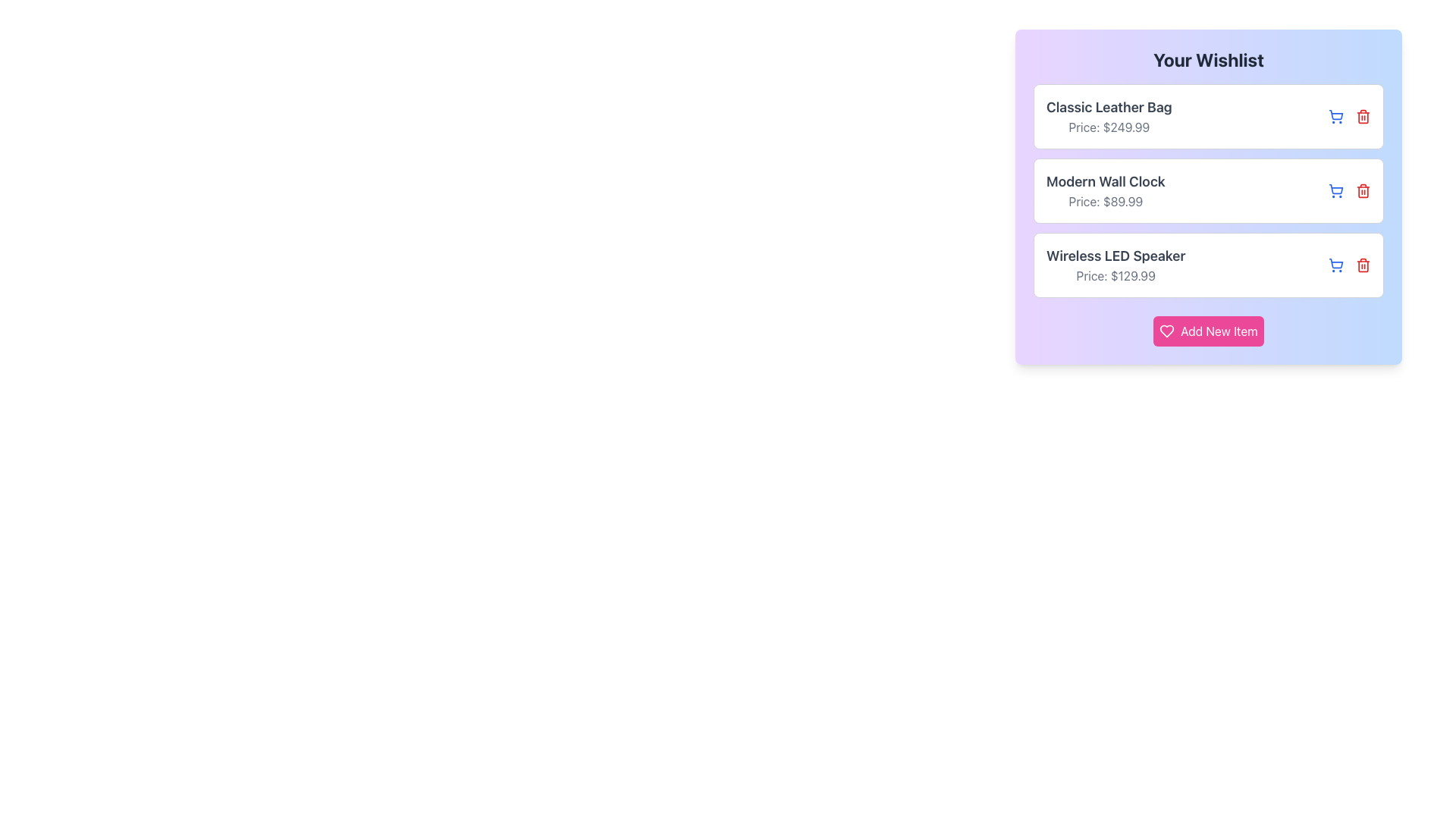 Image resolution: width=1456 pixels, height=819 pixels. What do you see at coordinates (1106, 190) in the screenshot?
I see `the text element displaying 'Modern Wall Clock' with its price '$89.99' in the second card of the 'Your Wishlist' section` at bounding box center [1106, 190].